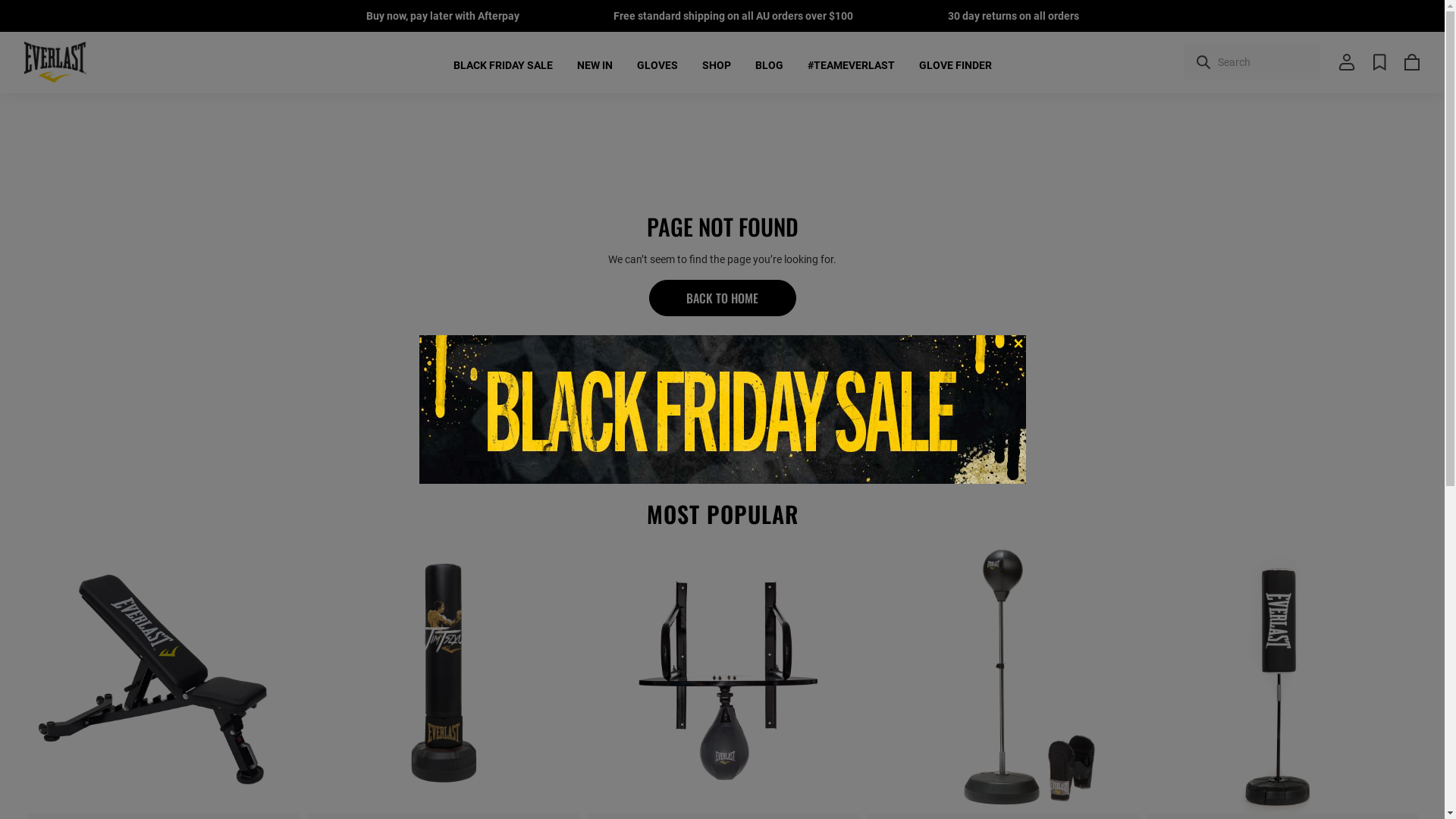 This screenshot has height=819, width=1456. Describe the element at coordinates (716, 64) in the screenshot. I see `'SHOP'` at that location.